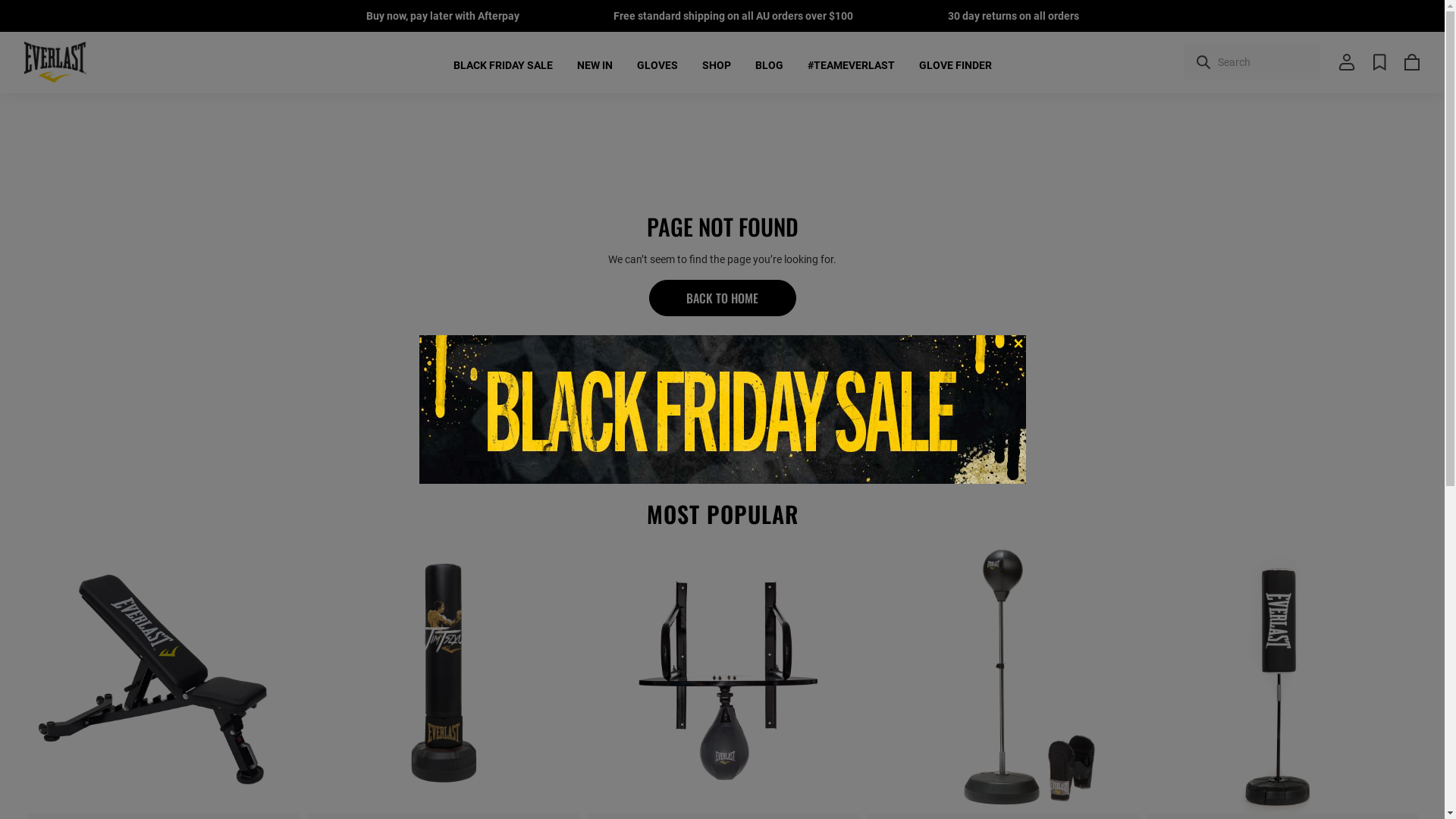 This screenshot has height=819, width=1456. Describe the element at coordinates (716, 64) in the screenshot. I see `'SHOP'` at that location.